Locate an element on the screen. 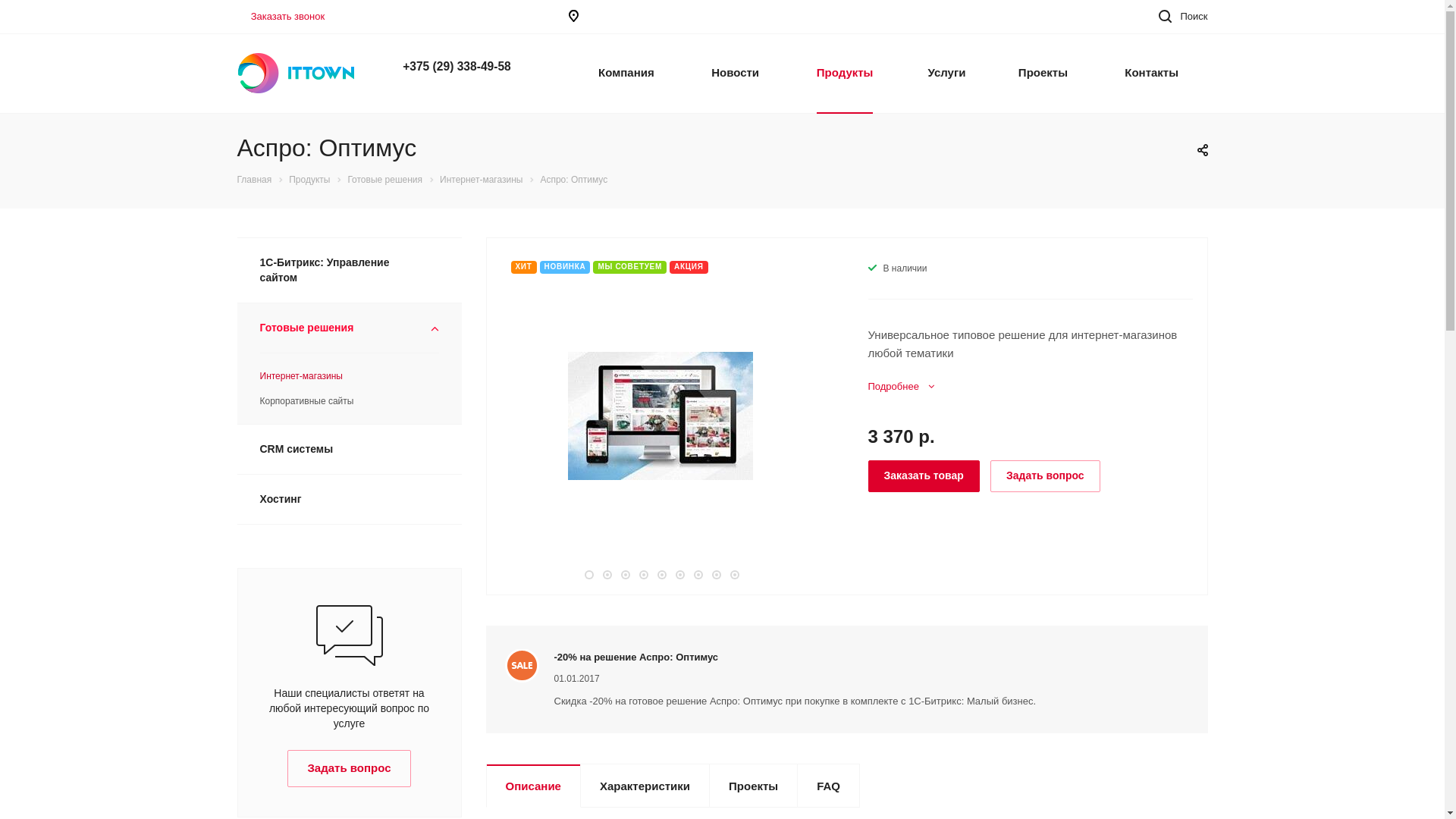 The image size is (1456, 819). 'FAQ' is located at coordinates (796, 785).